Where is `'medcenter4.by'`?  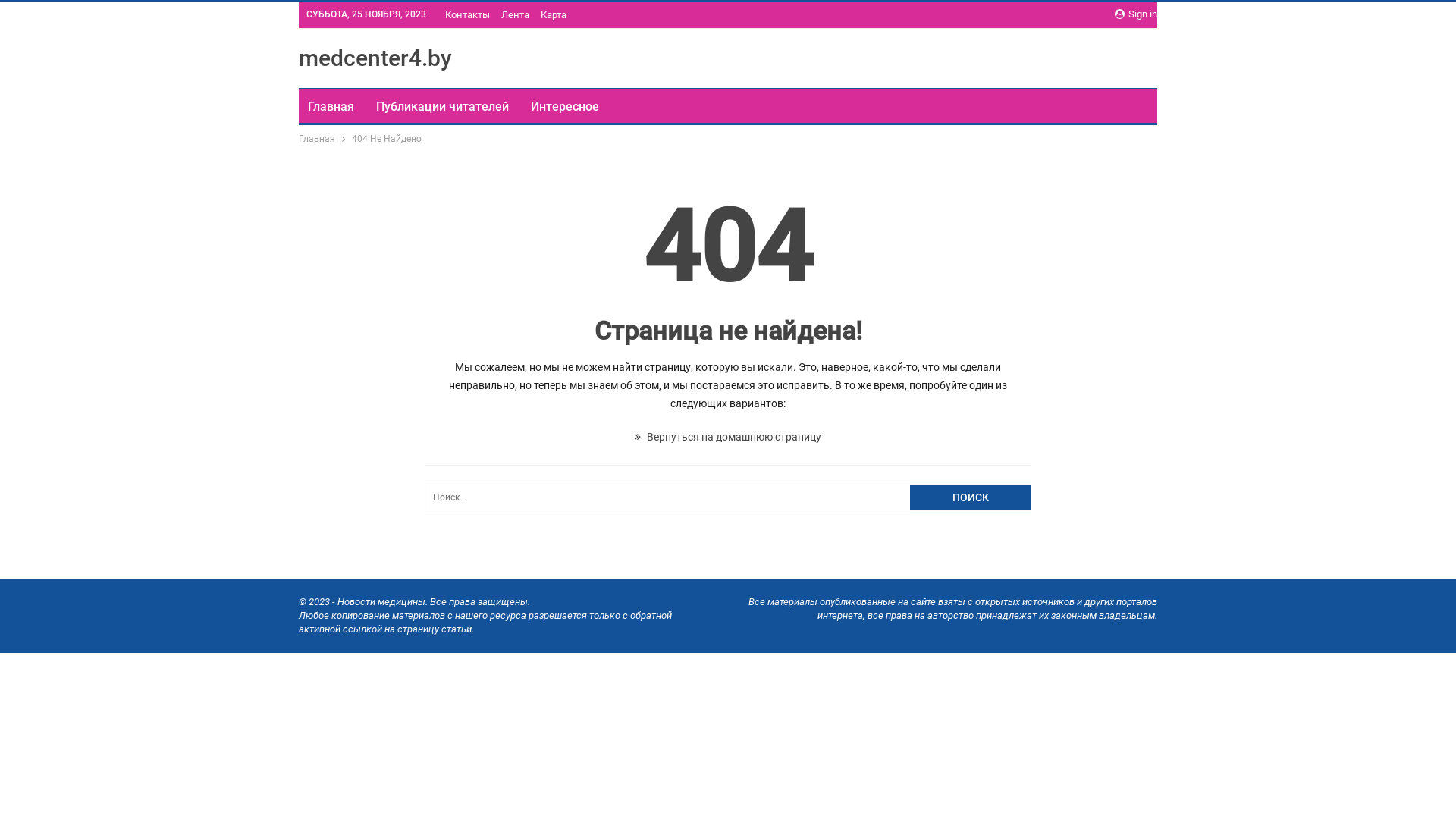
'medcenter4.by' is located at coordinates (298, 57).